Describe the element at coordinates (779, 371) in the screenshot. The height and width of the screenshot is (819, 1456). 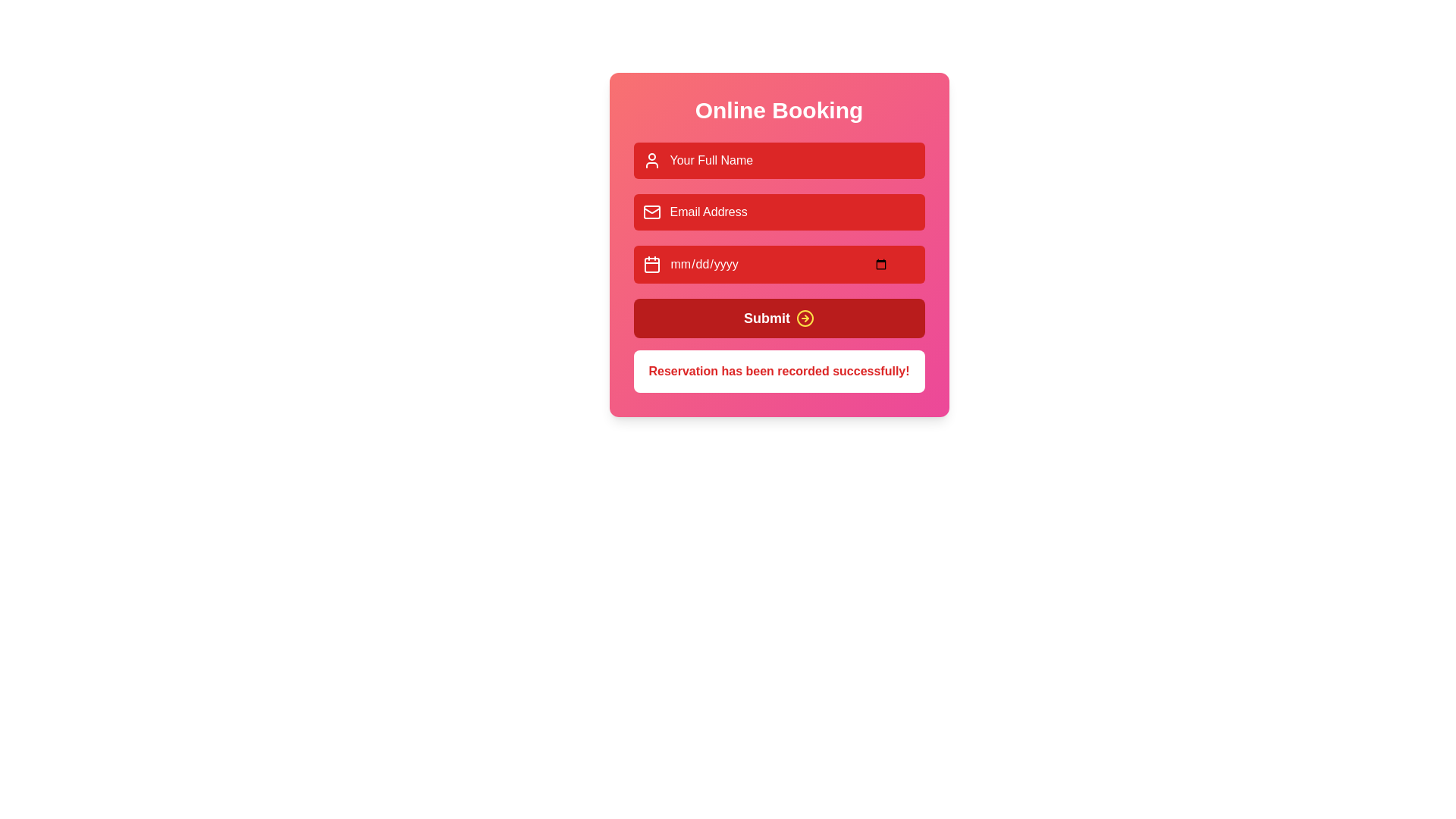
I see `the confirmation message Text Display Box located below the 'Submit' button, which notifies users of successful reservation recording` at that location.